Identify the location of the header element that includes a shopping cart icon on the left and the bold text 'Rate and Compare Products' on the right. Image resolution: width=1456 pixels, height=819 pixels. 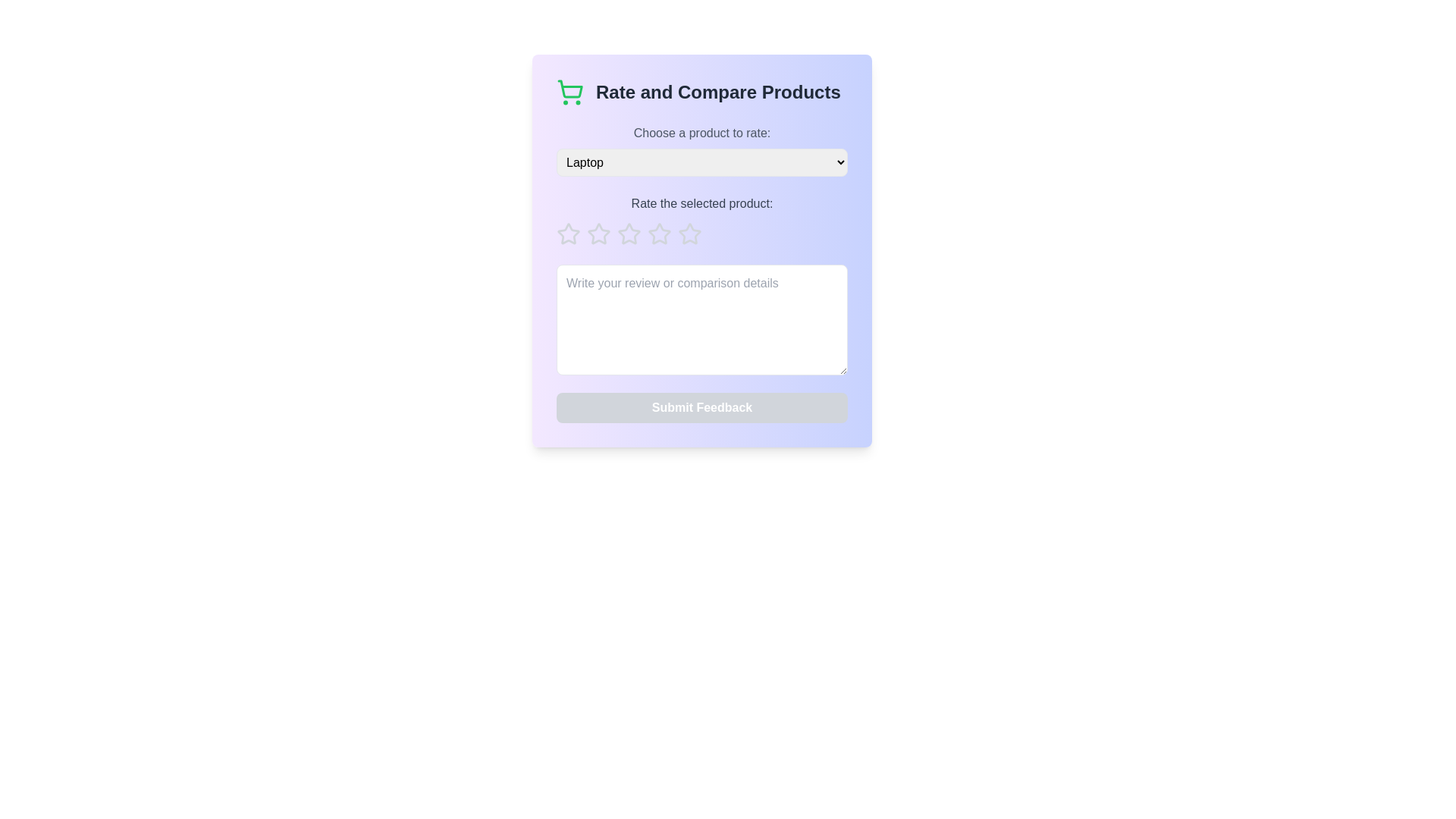
(701, 93).